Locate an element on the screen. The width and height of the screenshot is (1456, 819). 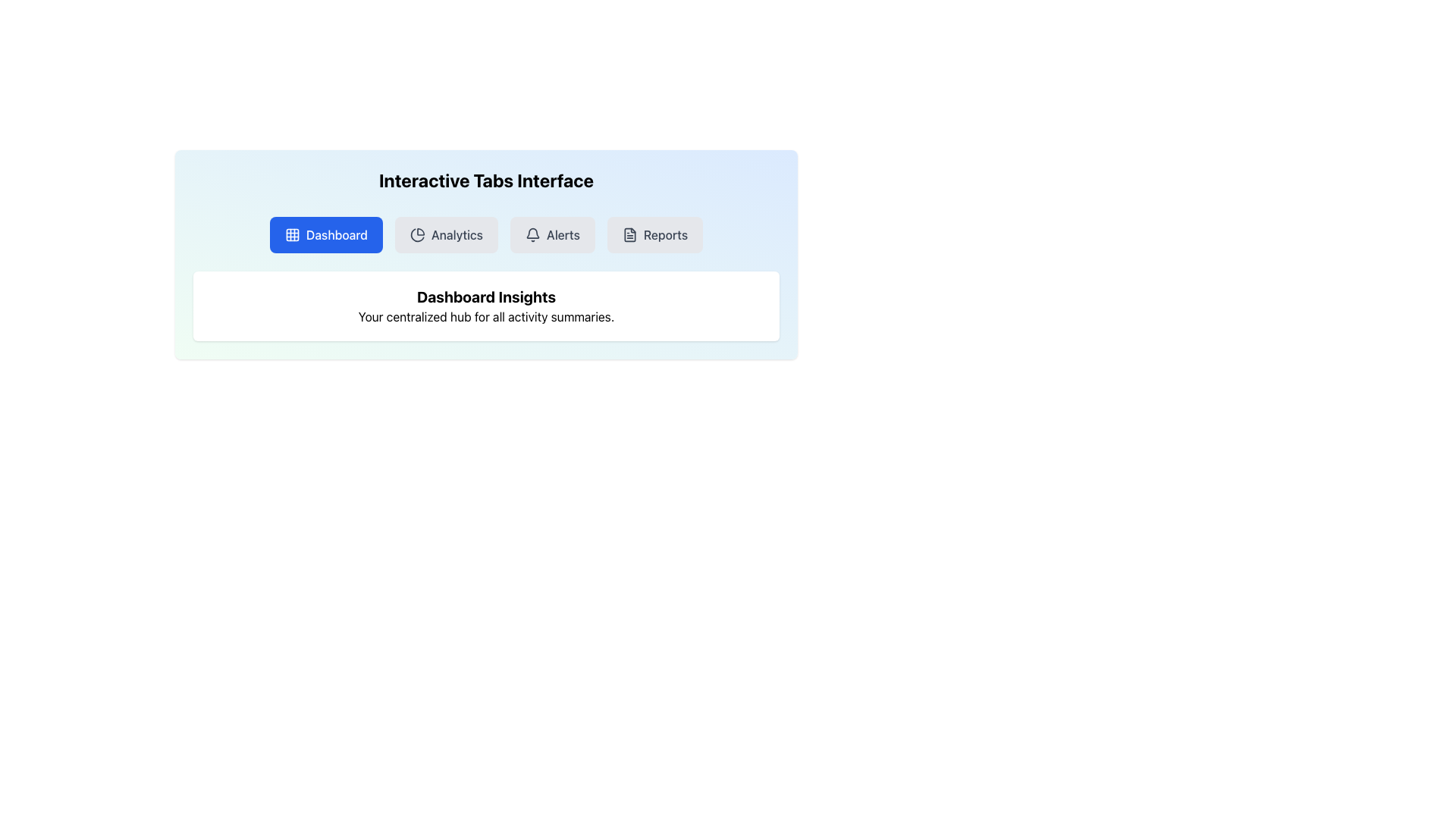
the 'Alerts' tab button, which has a gray background, rounded edges, and a bell icon indicating notifications is located at coordinates (552, 234).